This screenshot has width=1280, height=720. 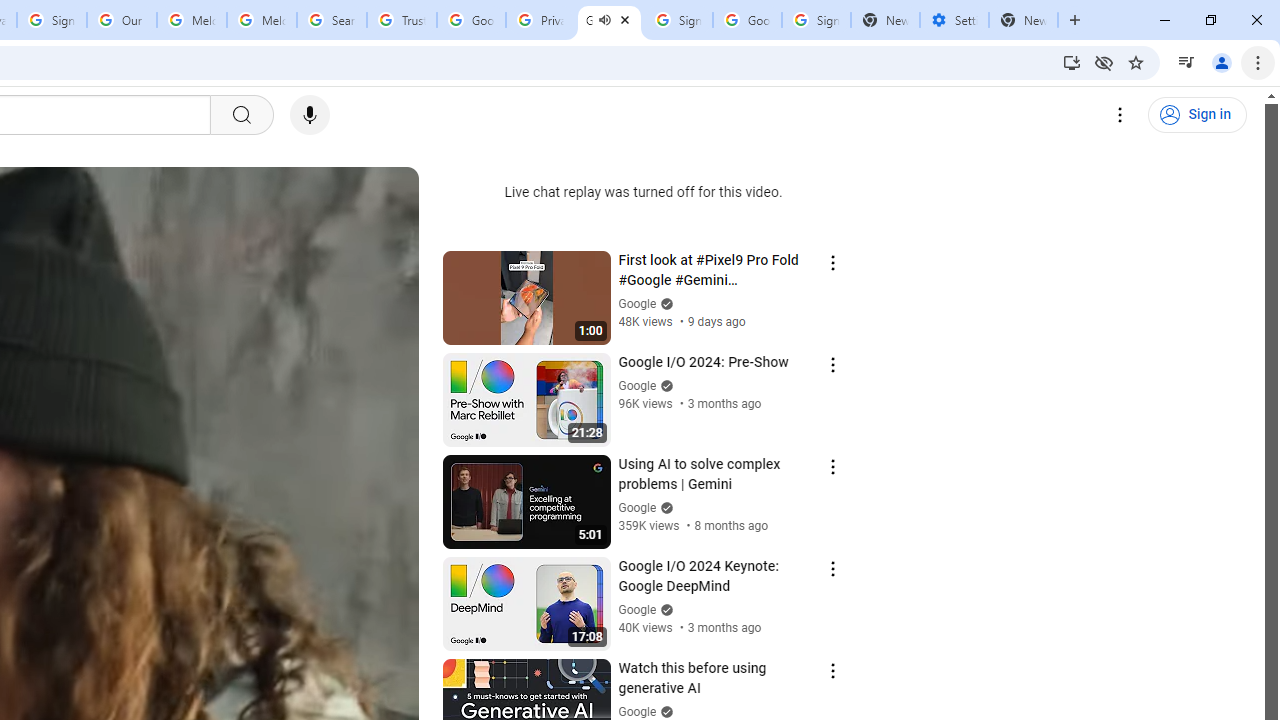 I want to click on 'Verified', so click(x=664, y=710).